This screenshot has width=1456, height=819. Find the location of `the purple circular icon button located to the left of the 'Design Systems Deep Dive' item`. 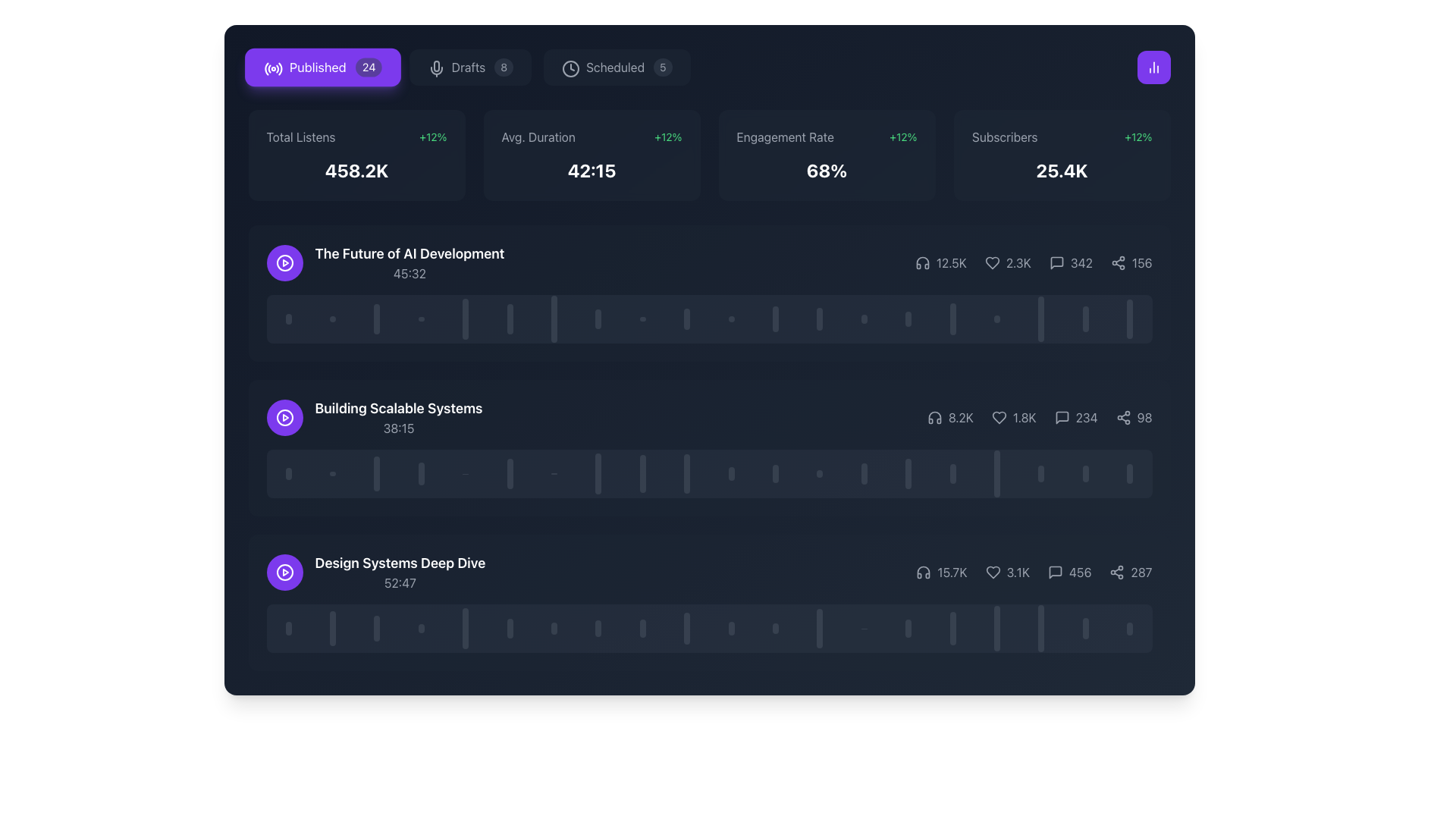

the purple circular icon button located to the left of the 'Design Systems Deep Dive' item is located at coordinates (284, 418).